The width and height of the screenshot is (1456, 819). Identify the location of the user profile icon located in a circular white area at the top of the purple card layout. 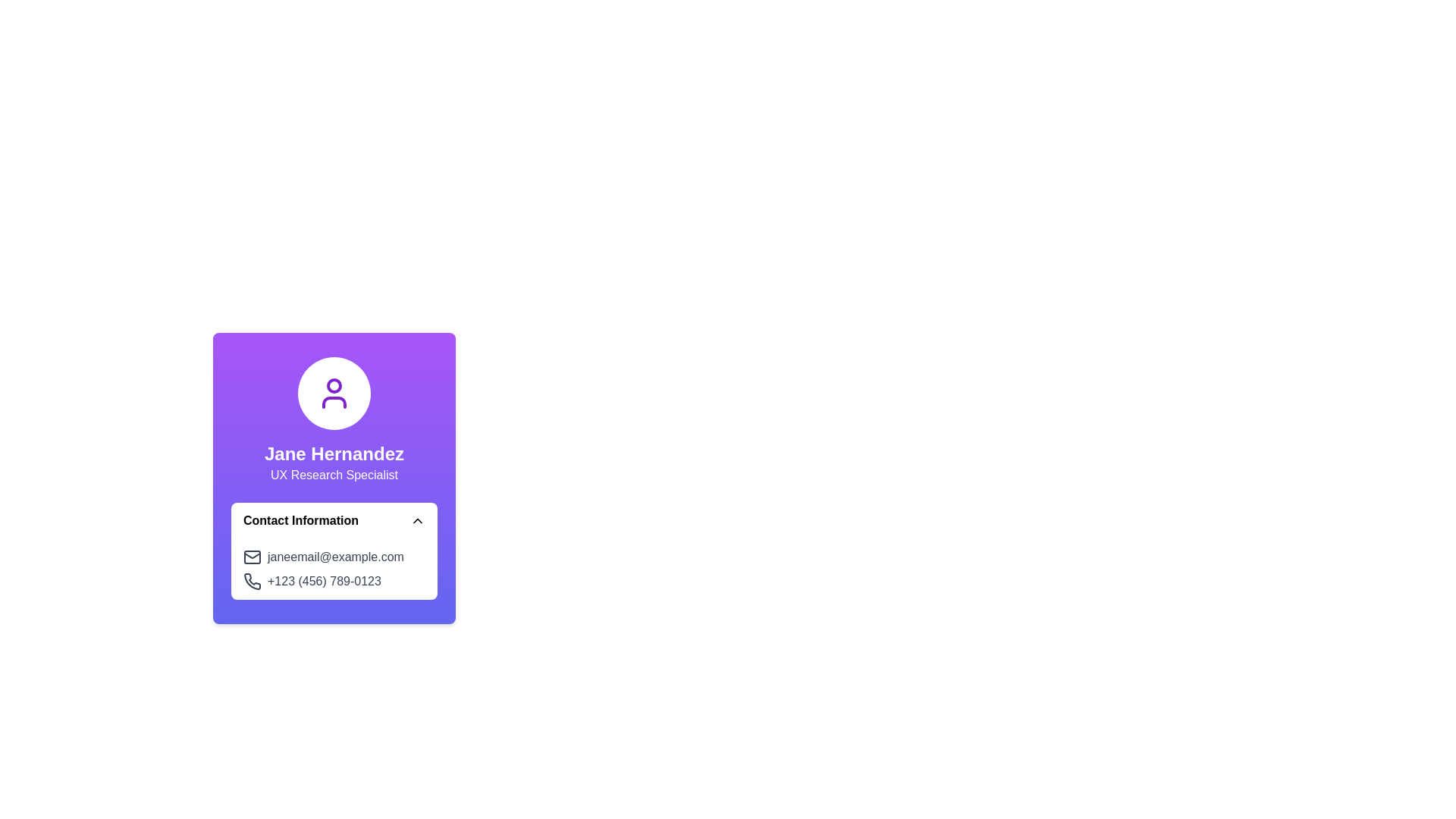
(334, 393).